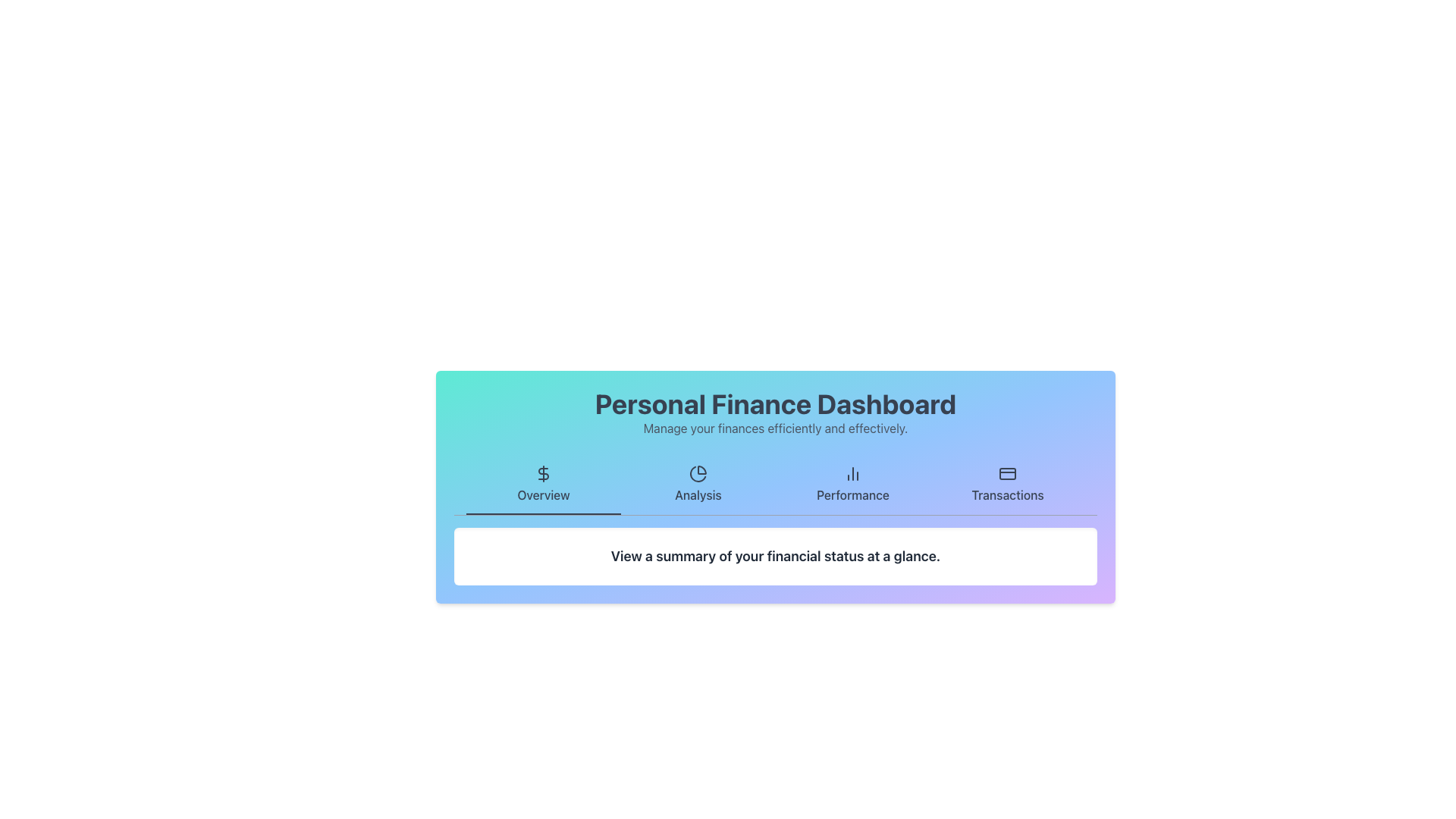  I want to click on the Text Label that provides a summary of the user's financial dashboard, located within a white rectangular card below the 'Personal Finance Dashboard' header, so click(775, 556).